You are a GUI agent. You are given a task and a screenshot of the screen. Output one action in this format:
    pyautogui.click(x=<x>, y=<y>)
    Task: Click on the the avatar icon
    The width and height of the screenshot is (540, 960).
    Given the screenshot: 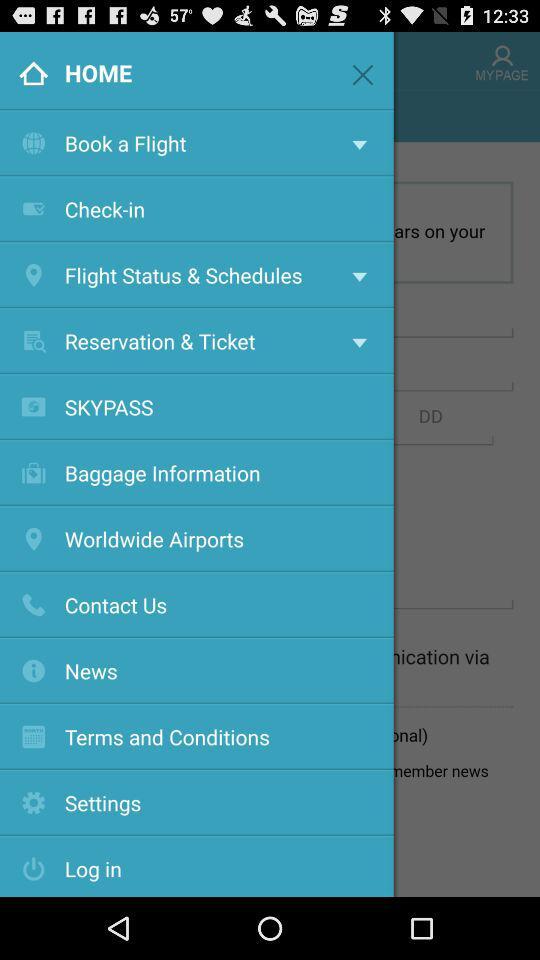 What is the action you would take?
    pyautogui.click(x=501, y=64)
    